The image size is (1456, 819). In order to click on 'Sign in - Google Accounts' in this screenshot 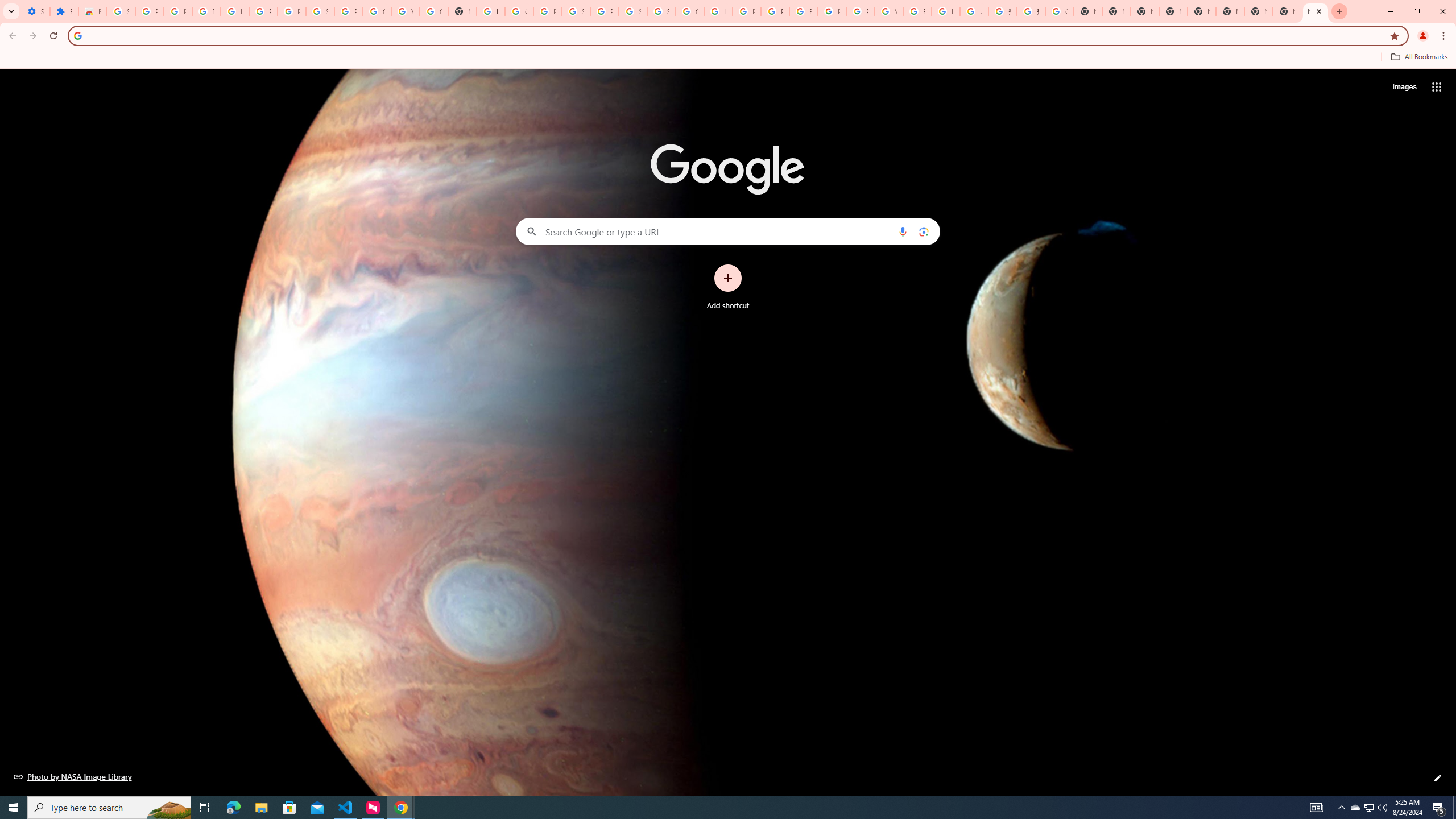, I will do `click(120, 11)`.